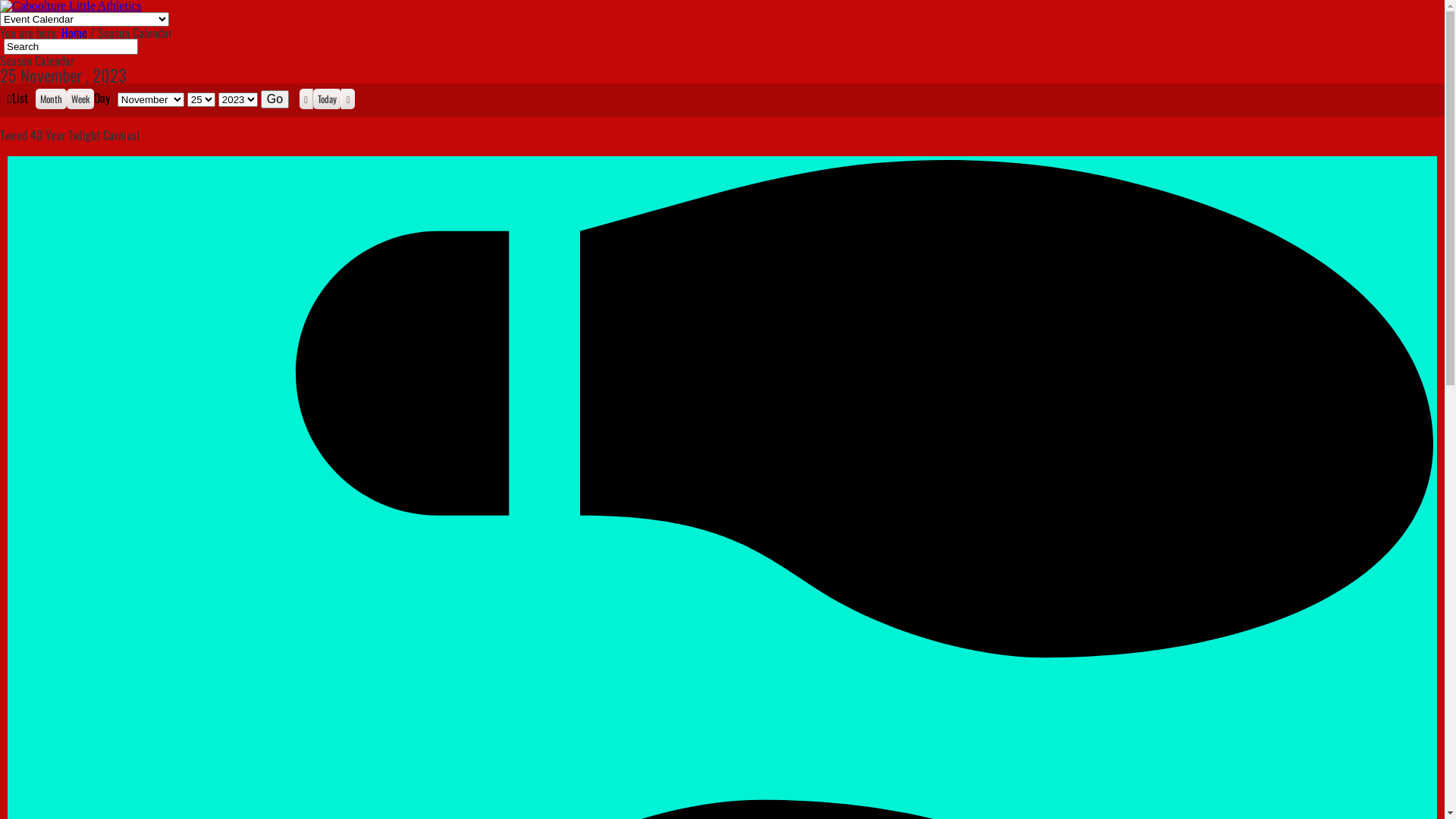 The height and width of the screenshot is (819, 1456). Describe the element at coordinates (79, 99) in the screenshot. I see `'Week'` at that location.